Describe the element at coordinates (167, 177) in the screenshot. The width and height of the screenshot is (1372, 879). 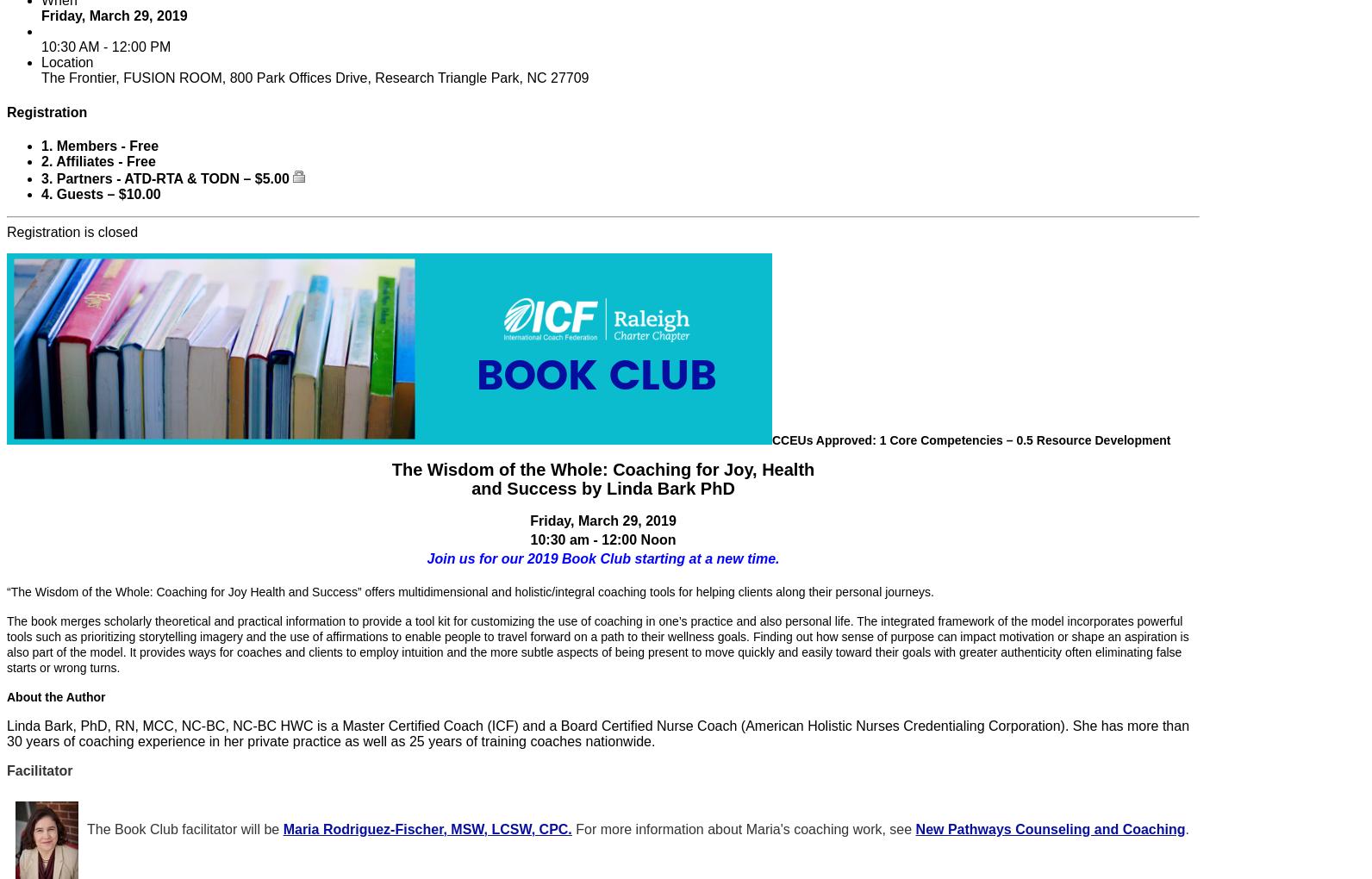
I see `'3. Partners - ATD-RTA & TODN – $5.00'` at that location.